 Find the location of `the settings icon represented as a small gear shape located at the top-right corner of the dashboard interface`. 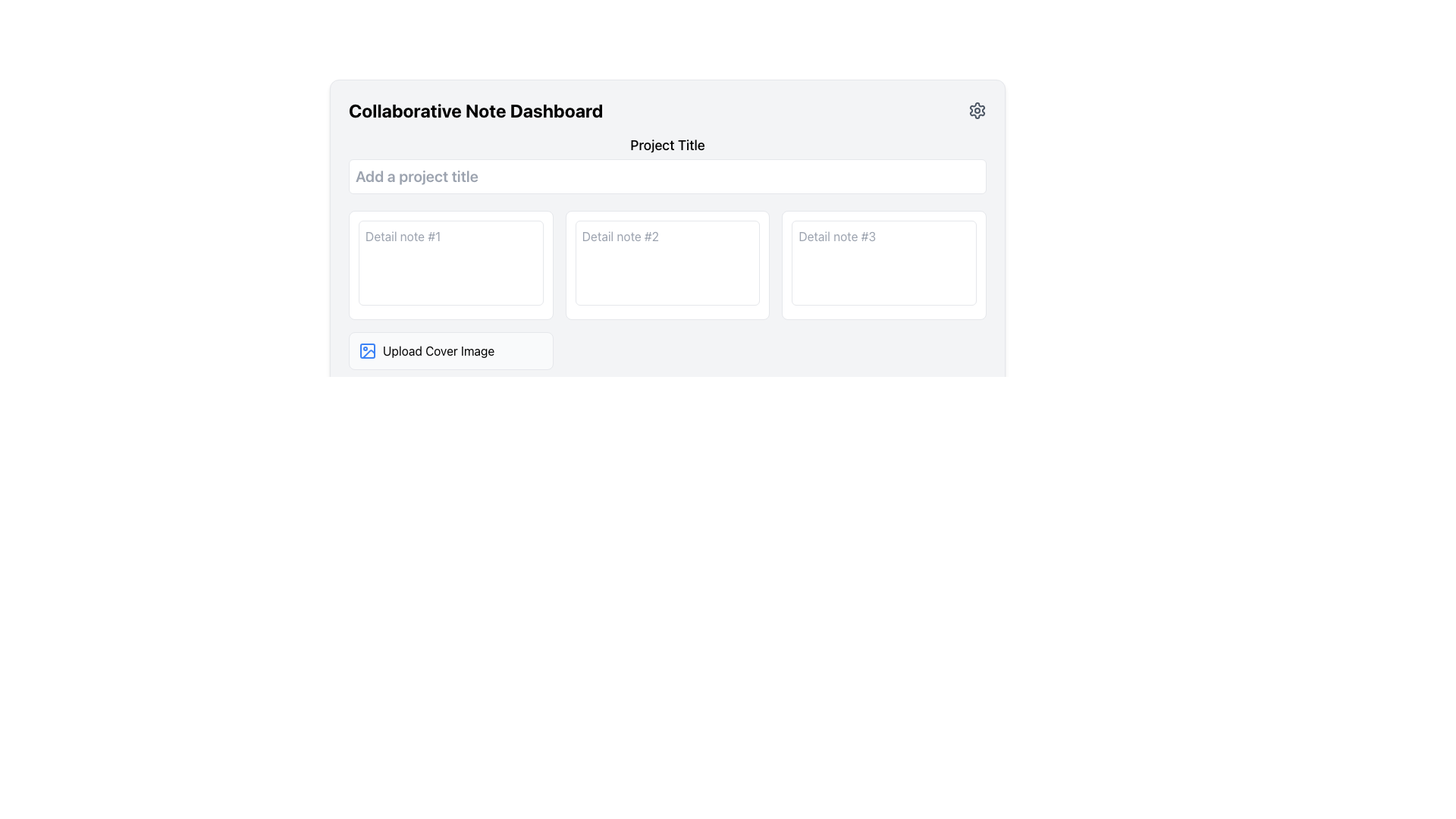

the settings icon represented as a small gear shape located at the top-right corner of the dashboard interface is located at coordinates (977, 110).